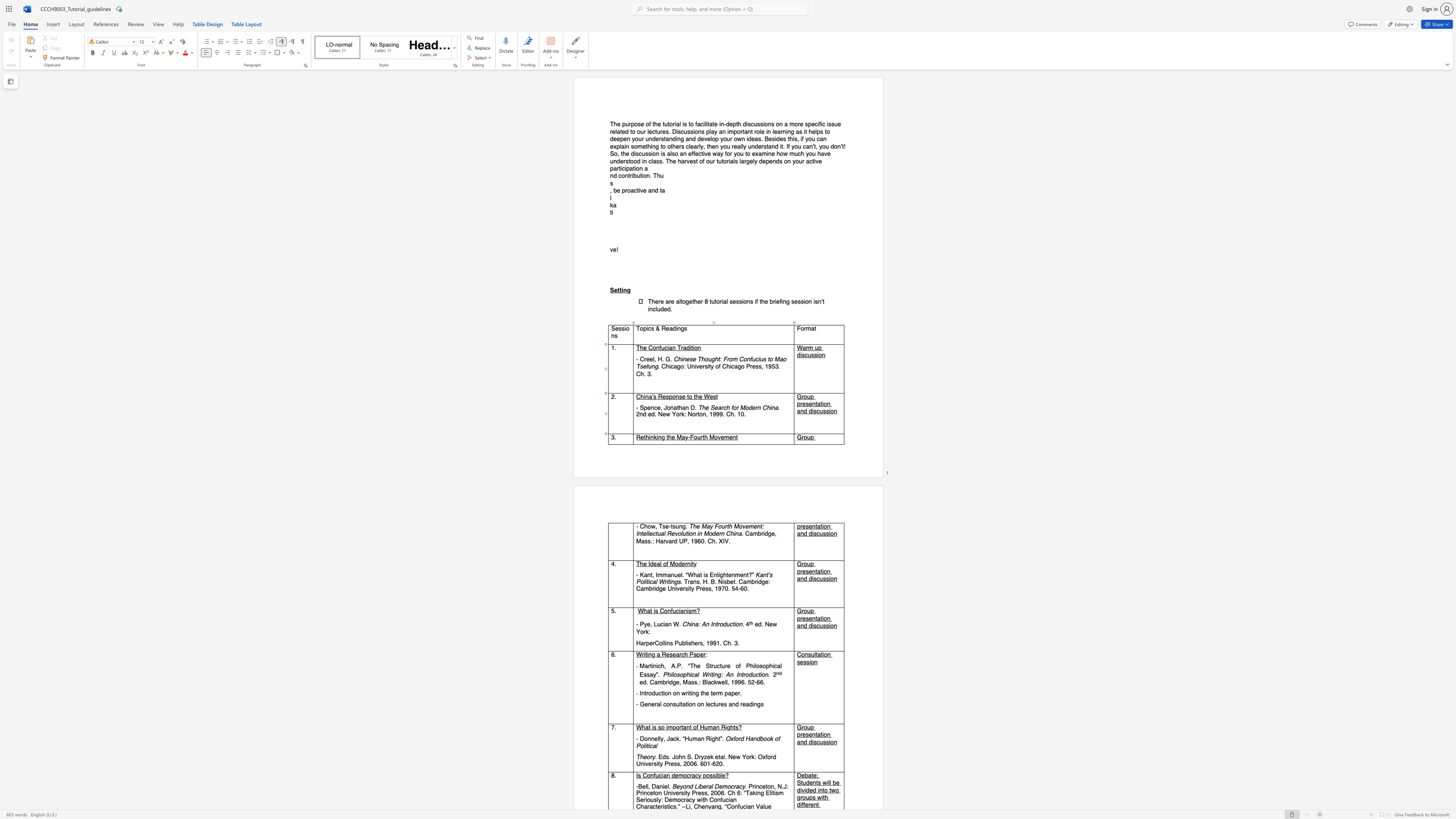 The width and height of the screenshot is (1456, 819). I want to click on the 1th character "-" in the text, so click(689, 436).